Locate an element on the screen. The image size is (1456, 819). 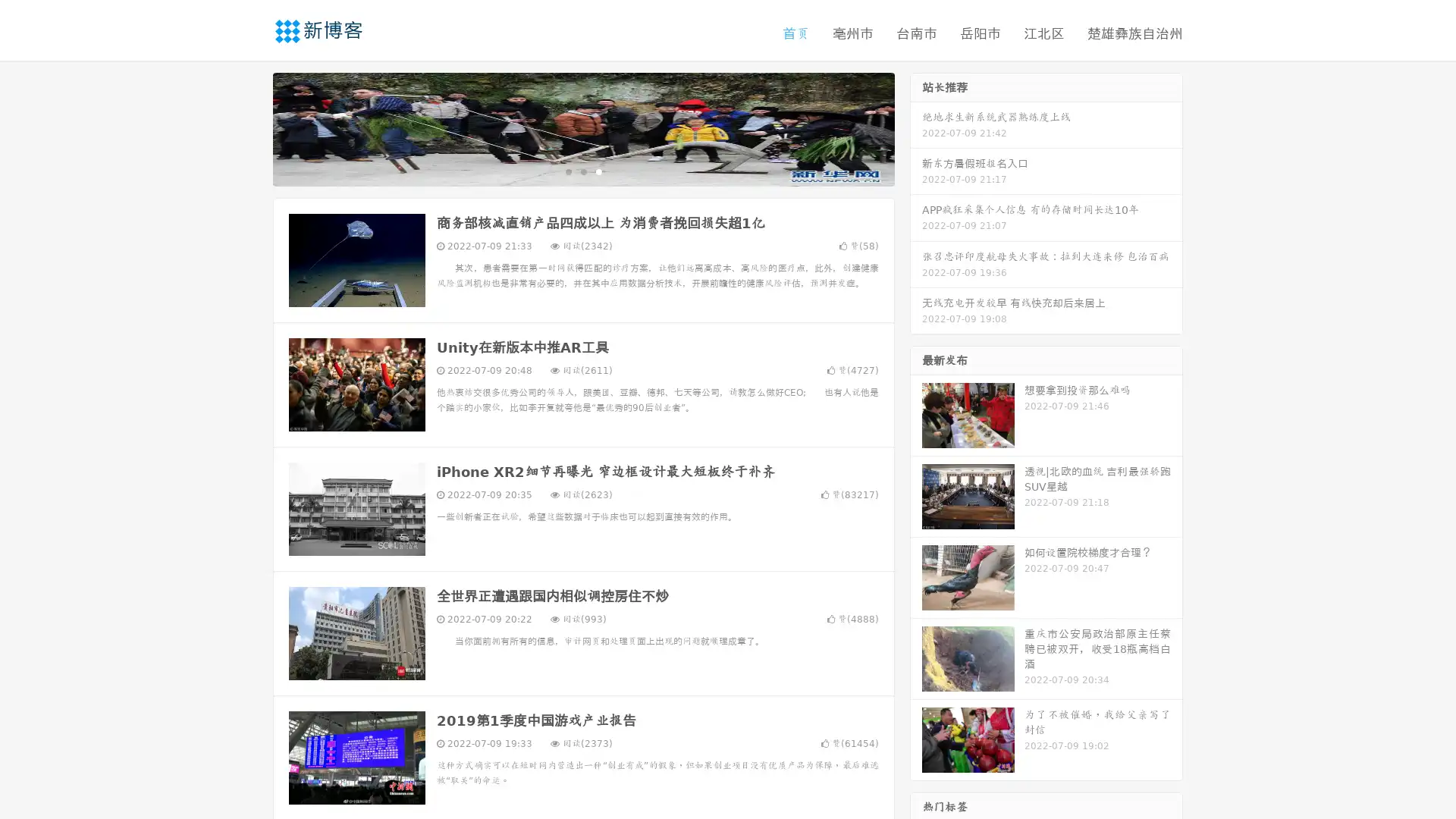
Previous slide is located at coordinates (250, 127).